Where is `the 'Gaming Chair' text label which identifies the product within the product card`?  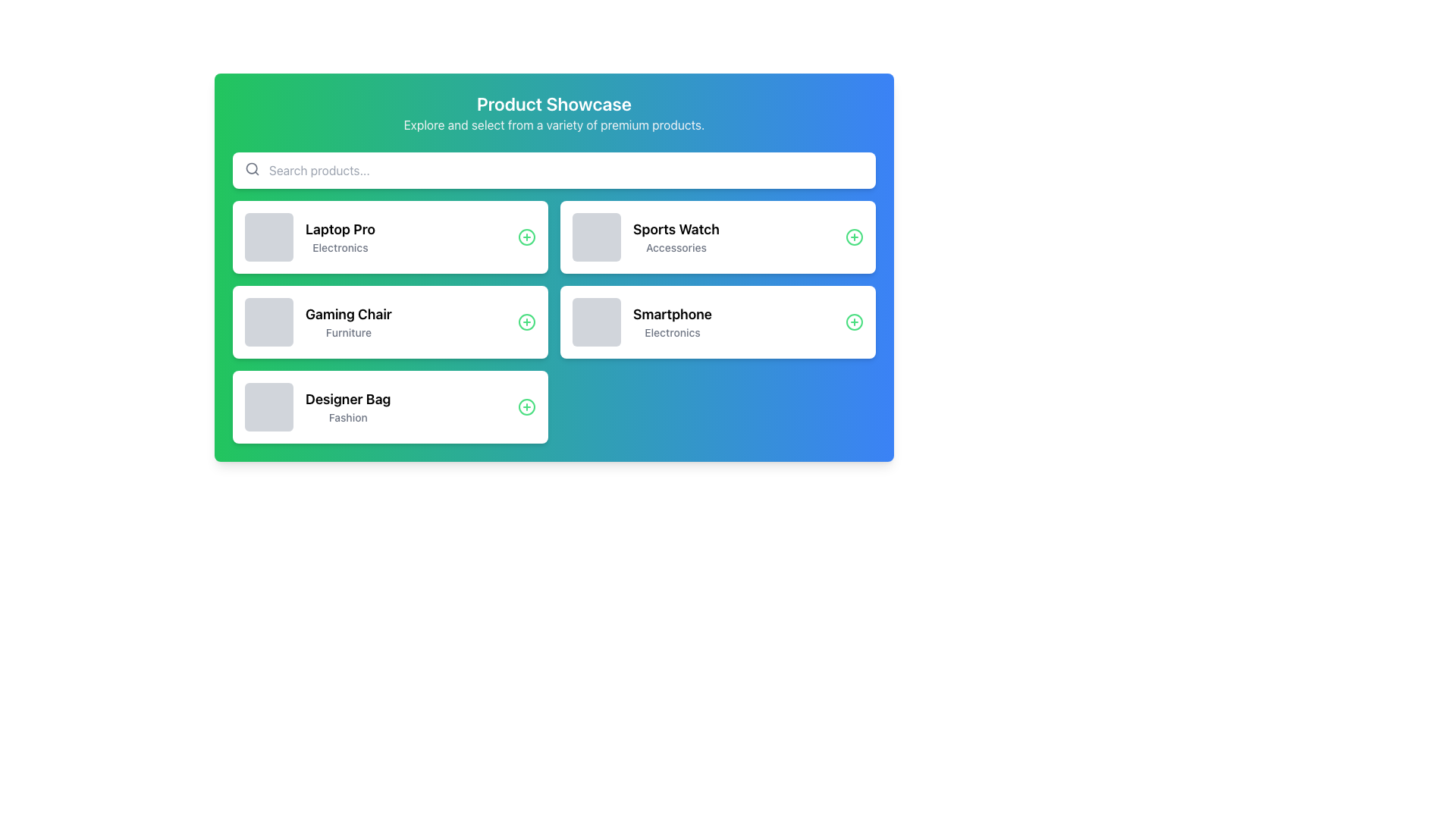
the 'Gaming Chair' text label which identifies the product within the product card is located at coordinates (347, 314).